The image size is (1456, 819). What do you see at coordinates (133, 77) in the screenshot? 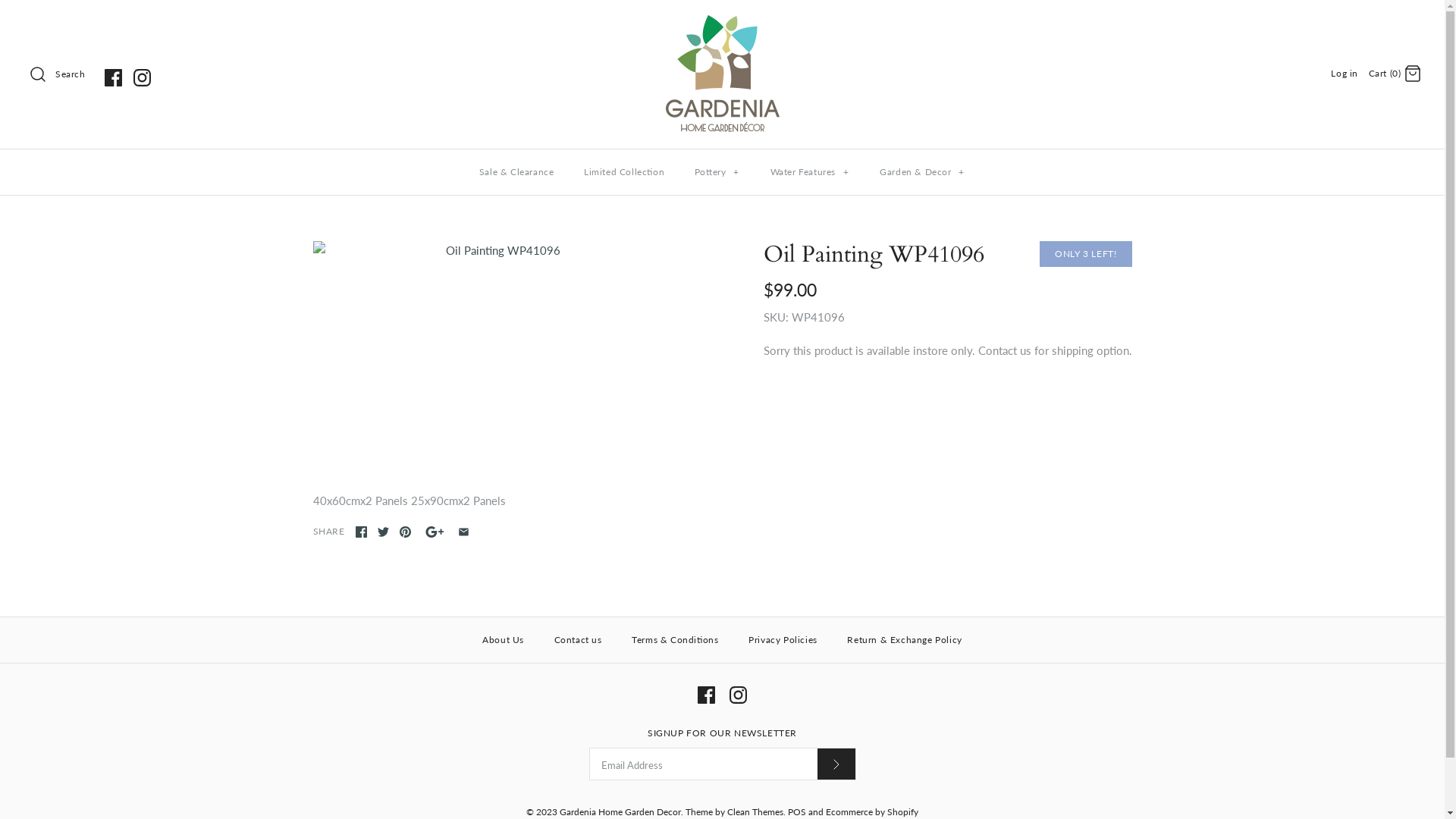
I see `'Instagram'` at bounding box center [133, 77].